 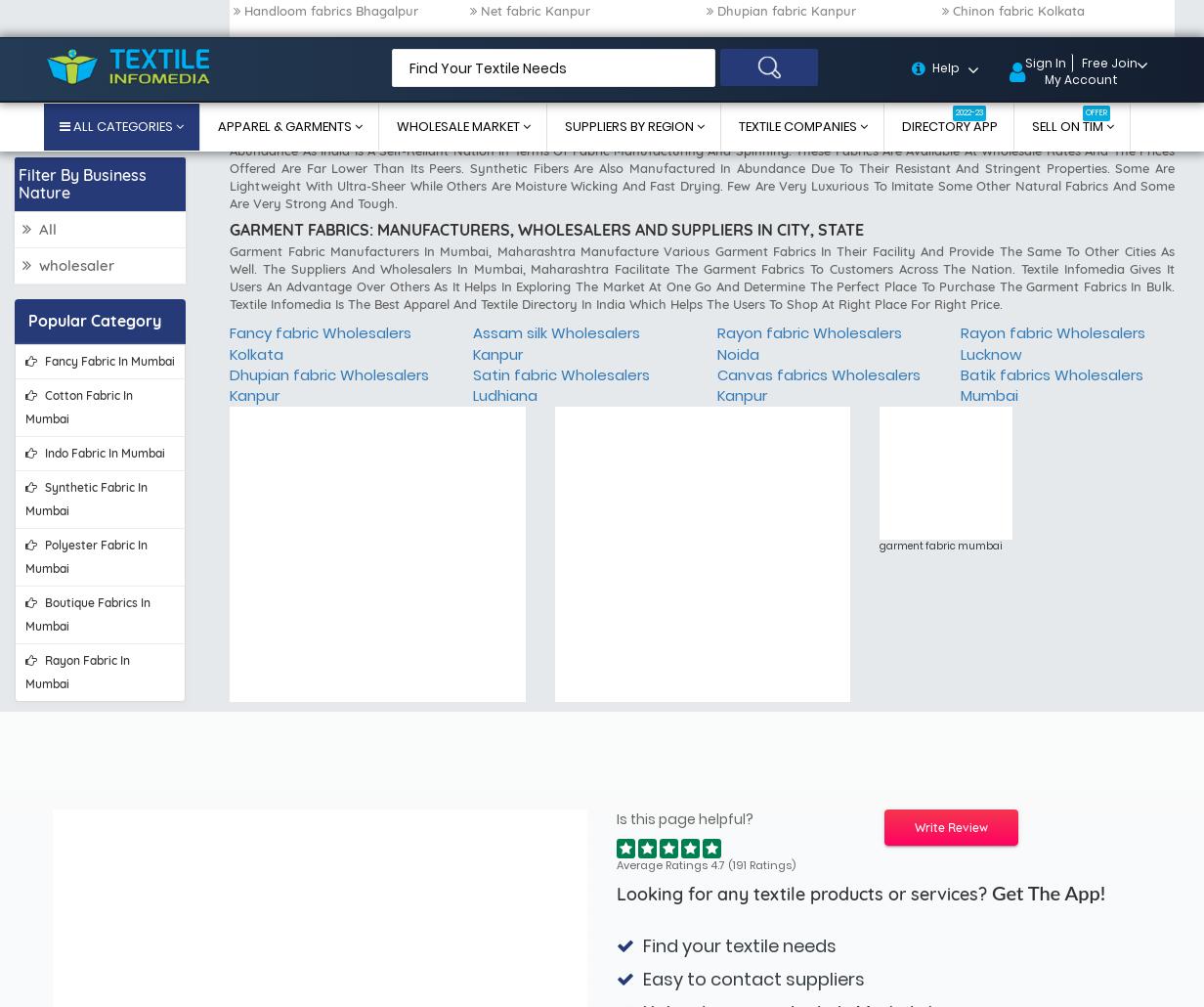 I want to click on 'Get the App!', so click(x=992, y=283).